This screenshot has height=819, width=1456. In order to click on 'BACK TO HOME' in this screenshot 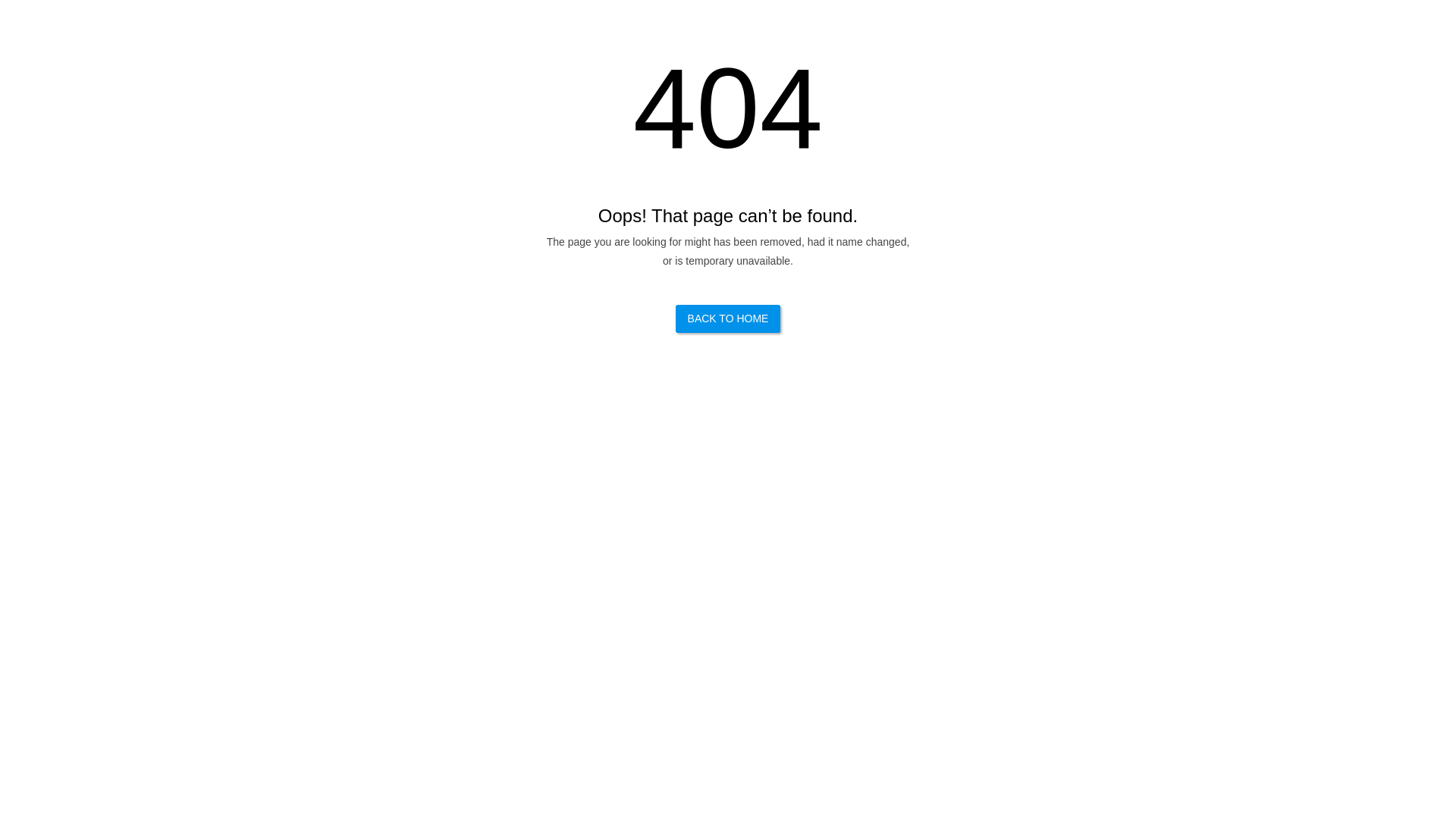, I will do `click(728, 318)`.